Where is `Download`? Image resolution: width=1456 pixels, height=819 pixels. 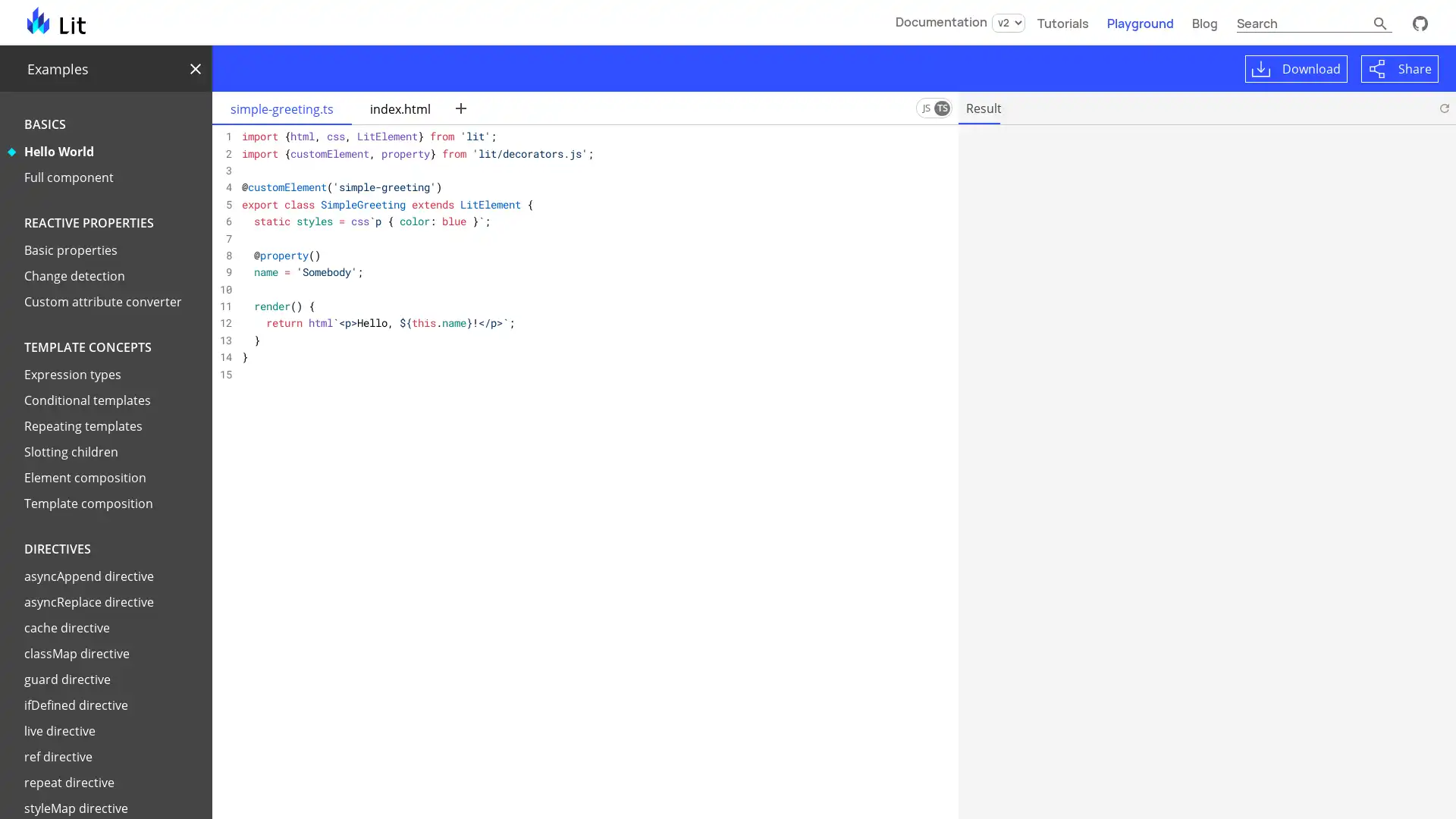 Download is located at coordinates (1294, 67).